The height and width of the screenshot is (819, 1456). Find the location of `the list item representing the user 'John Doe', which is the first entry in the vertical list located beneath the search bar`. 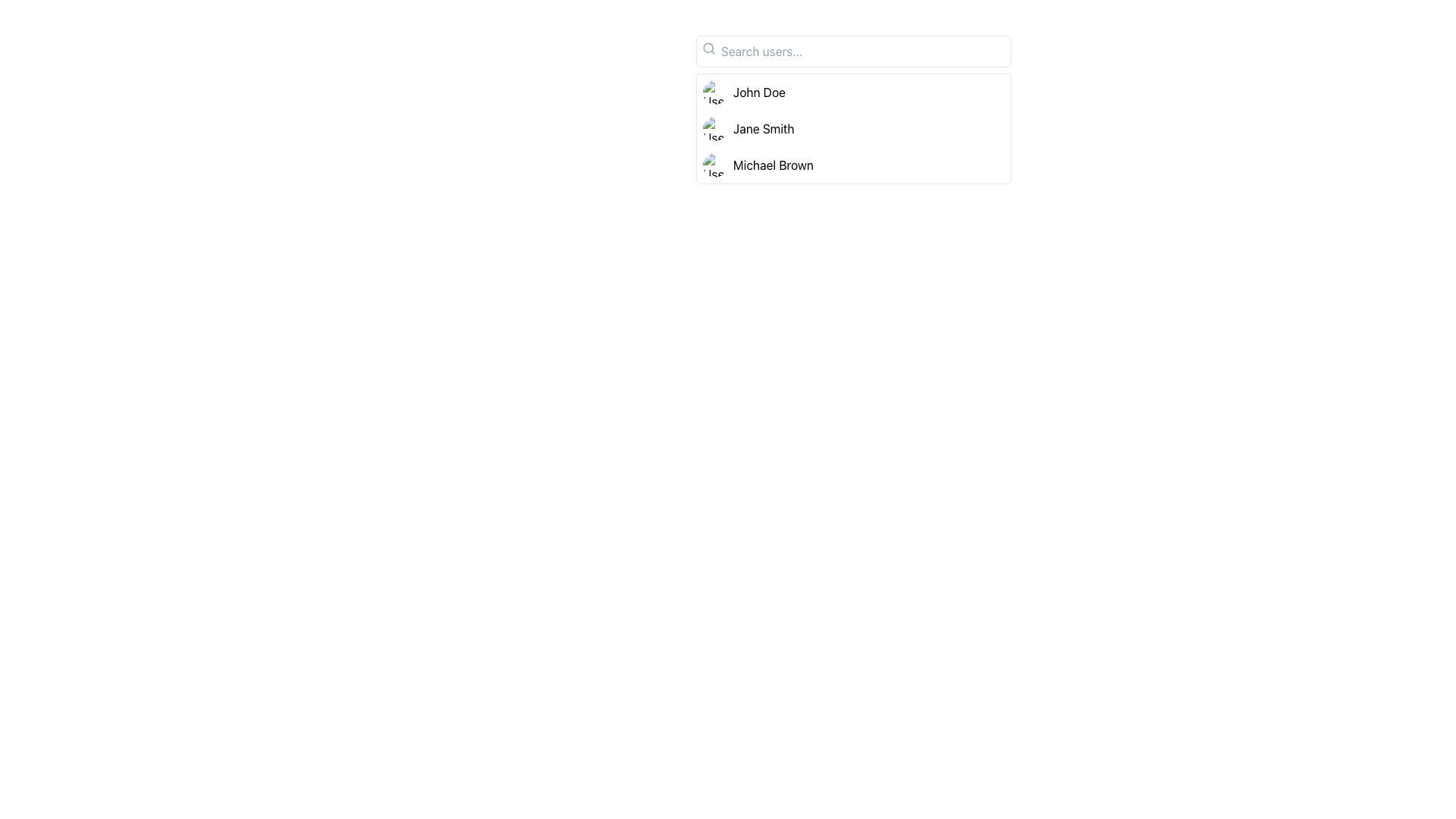

the list item representing the user 'John Doe', which is the first entry in the vertical list located beneath the search bar is located at coordinates (854, 93).